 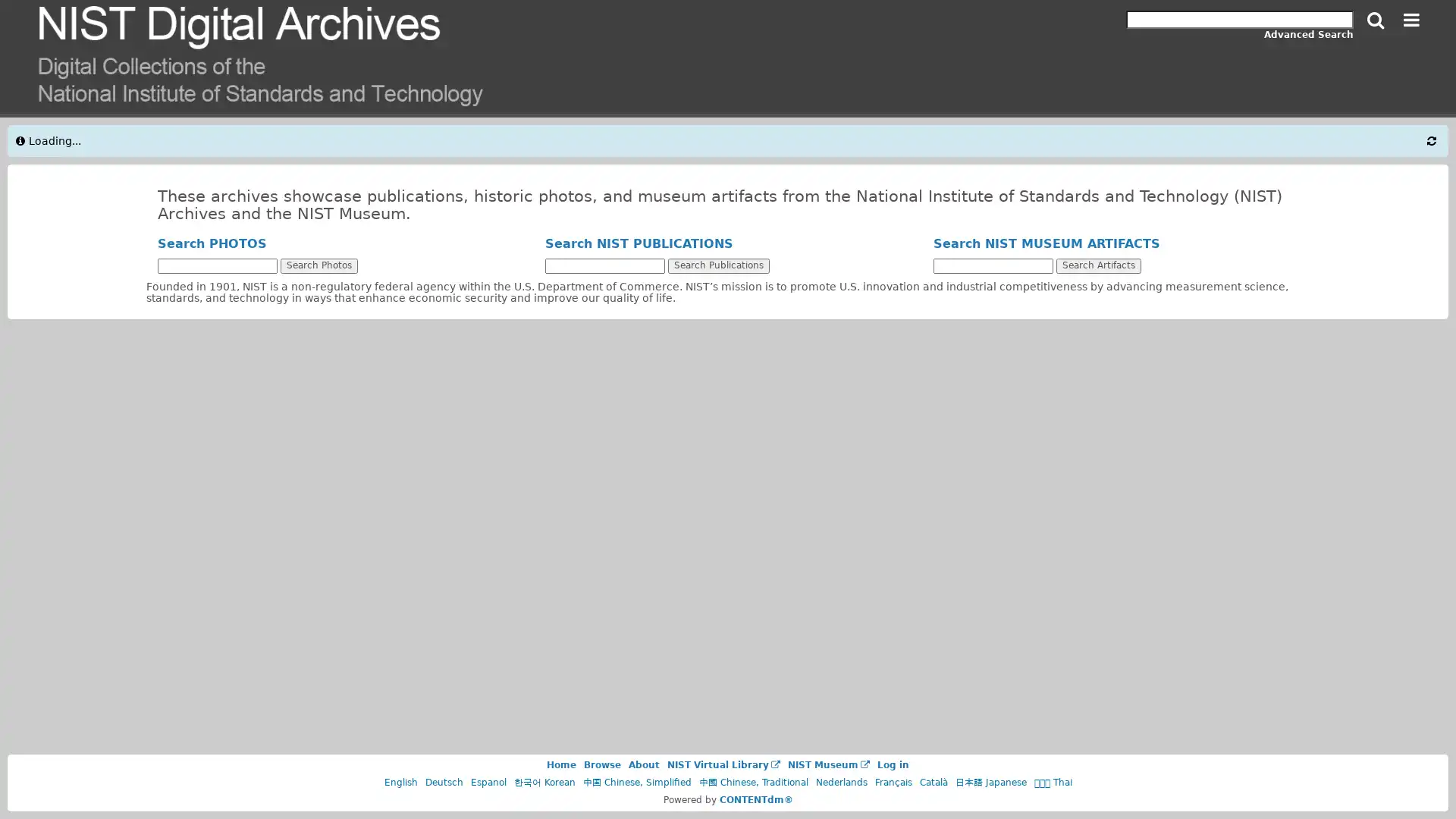 What do you see at coordinates (1098, 225) in the screenshot?
I see `Search Artifacts` at bounding box center [1098, 225].